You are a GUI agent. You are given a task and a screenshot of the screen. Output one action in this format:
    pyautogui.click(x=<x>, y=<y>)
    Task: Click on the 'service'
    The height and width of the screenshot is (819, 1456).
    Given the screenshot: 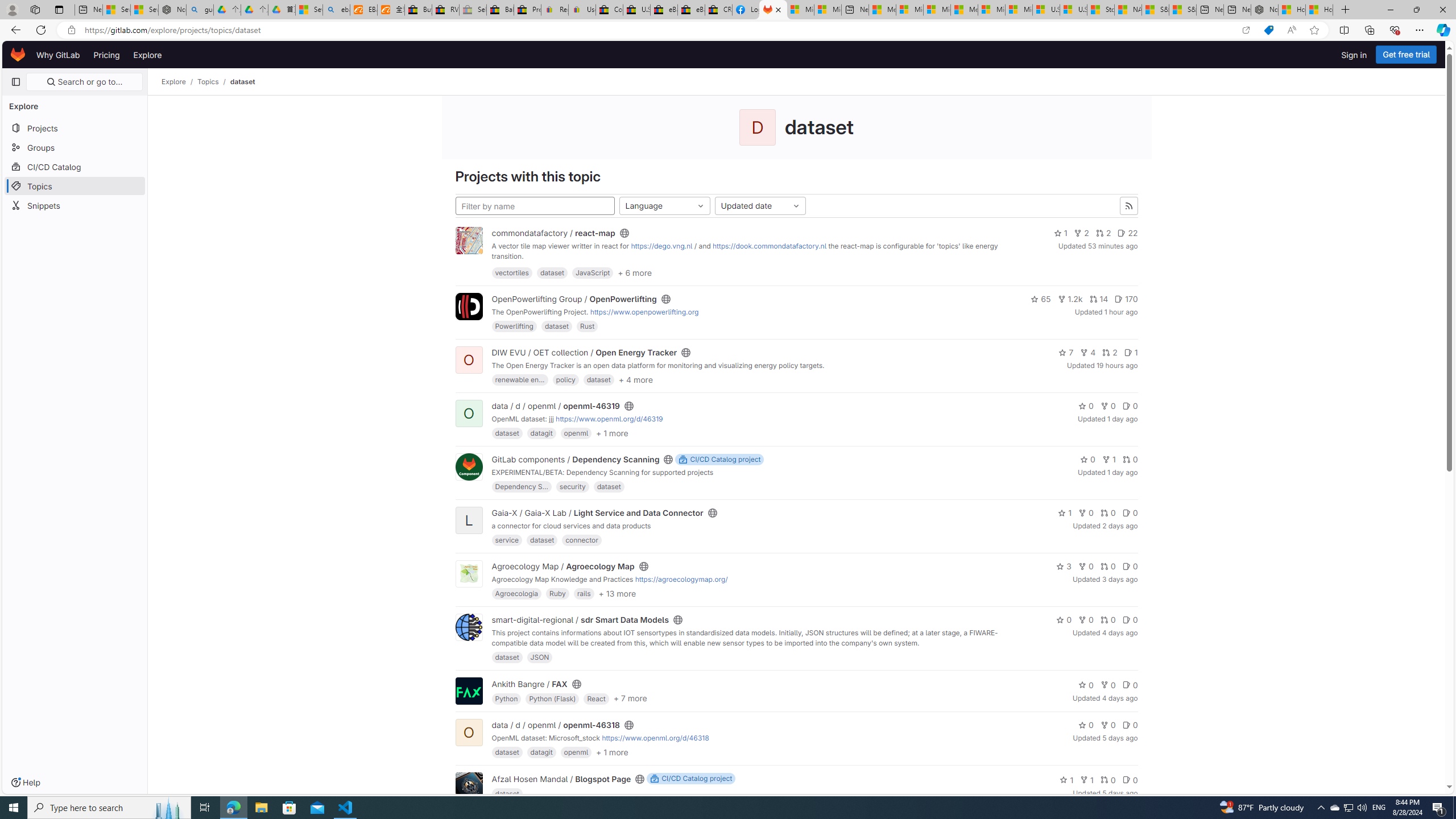 What is the action you would take?
    pyautogui.click(x=507, y=540)
    